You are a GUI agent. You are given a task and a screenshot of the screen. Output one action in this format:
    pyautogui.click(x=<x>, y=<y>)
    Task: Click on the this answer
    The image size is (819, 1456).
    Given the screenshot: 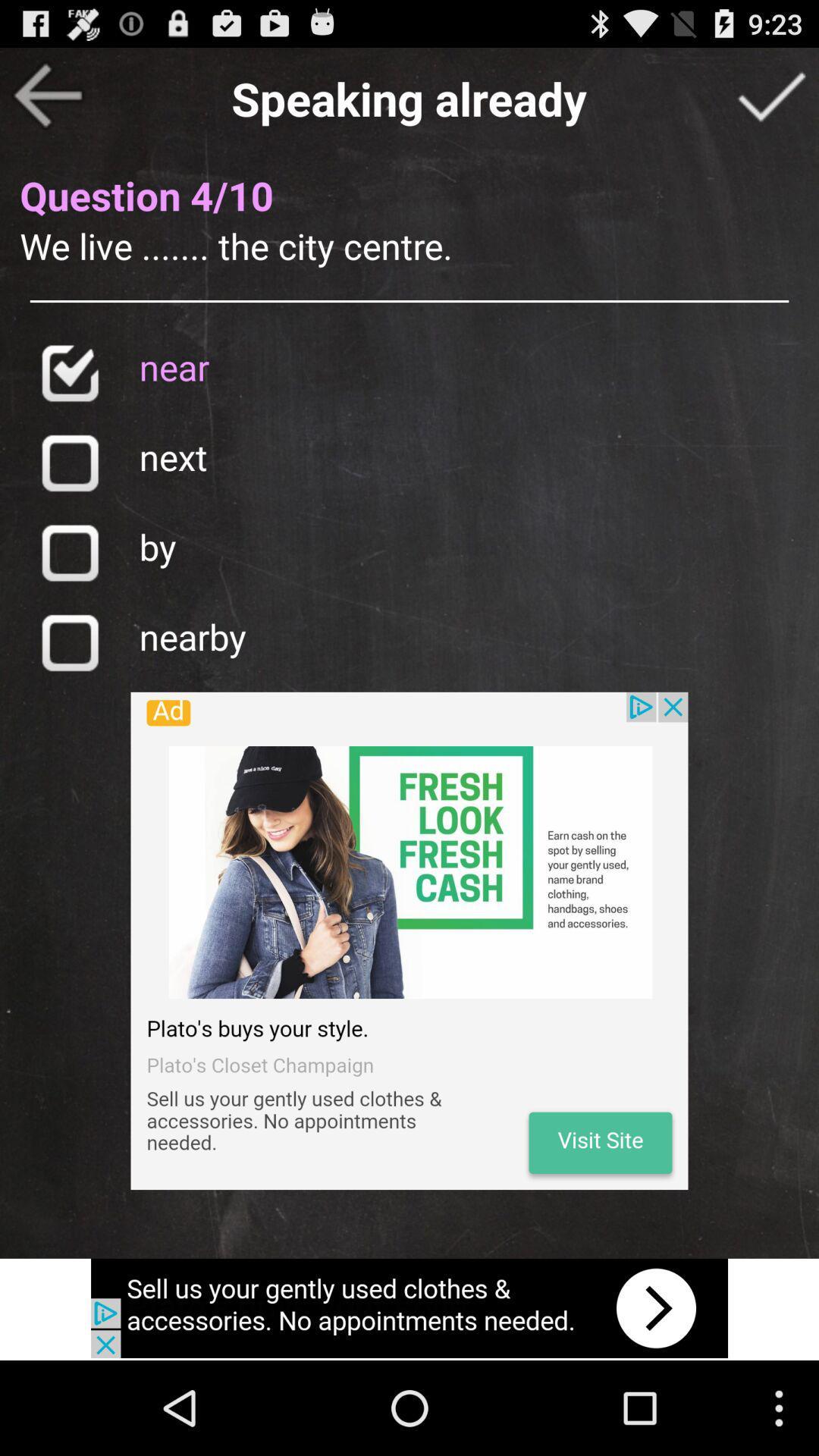 What is the action you would take?
    pyautogui.click(x=69, y=462)
    